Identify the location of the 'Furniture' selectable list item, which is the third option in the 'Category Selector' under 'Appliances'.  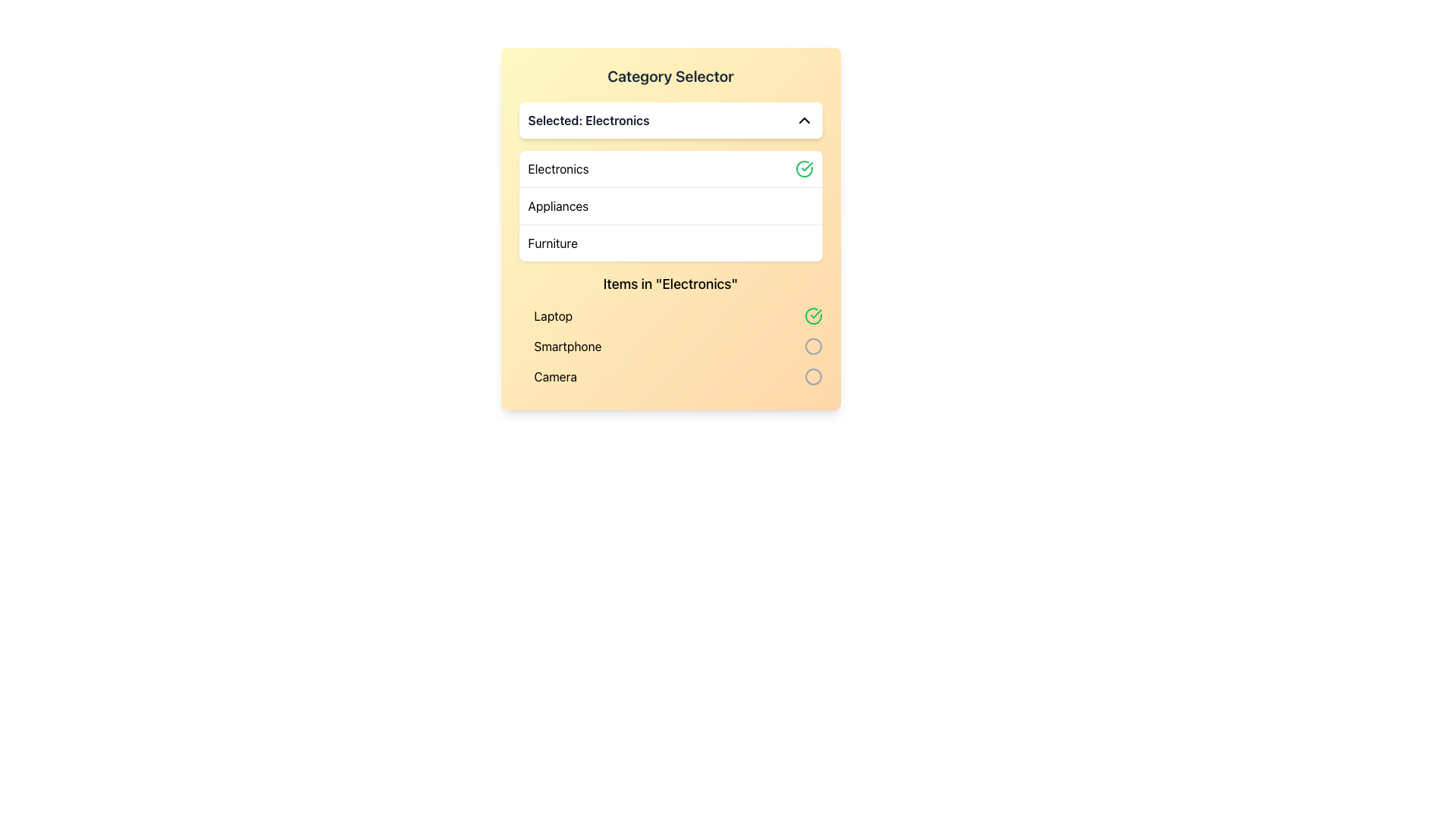
(670, 242).